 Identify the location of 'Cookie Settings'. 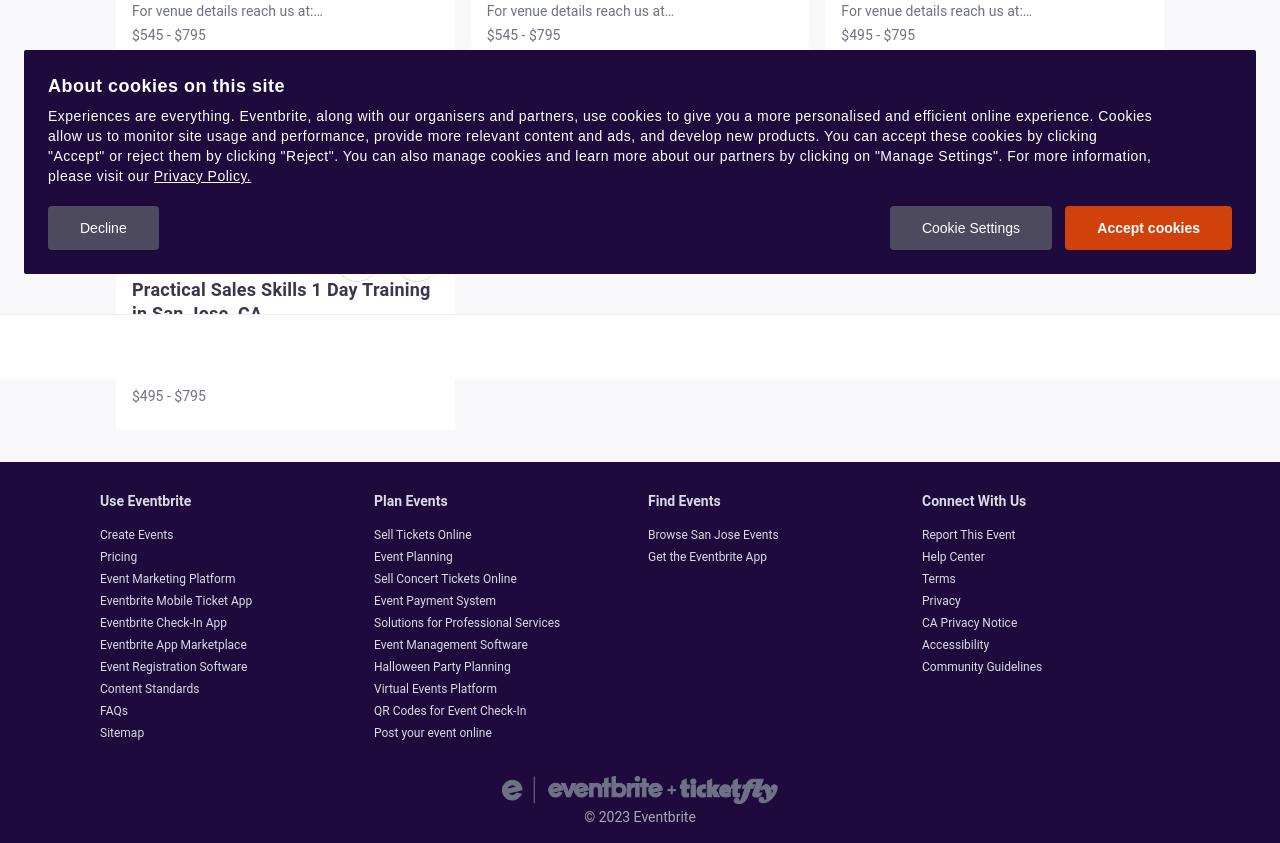
(919, 228).